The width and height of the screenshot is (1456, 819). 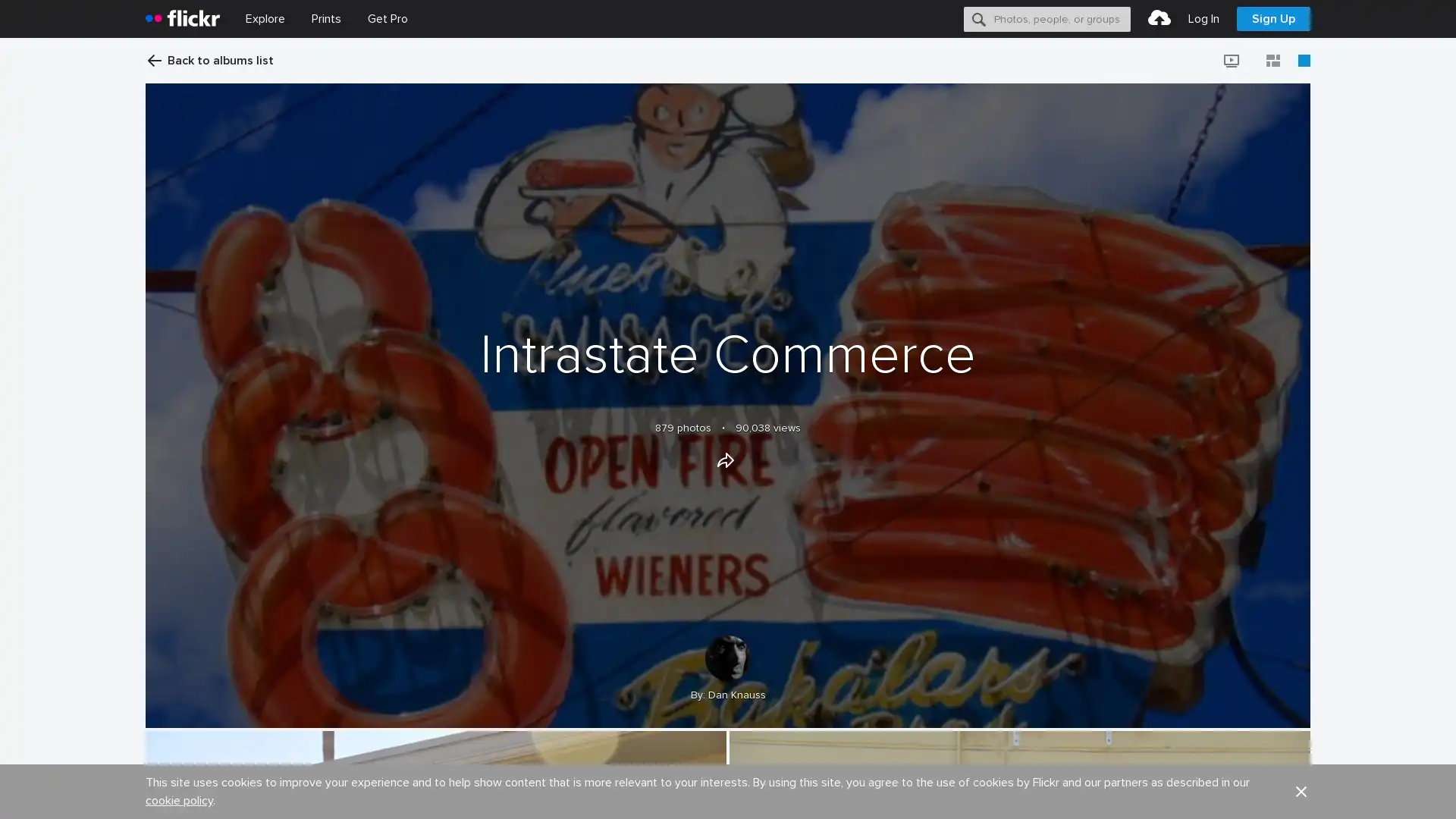 I want to click on Justified view, so click(x=1273, y=60).